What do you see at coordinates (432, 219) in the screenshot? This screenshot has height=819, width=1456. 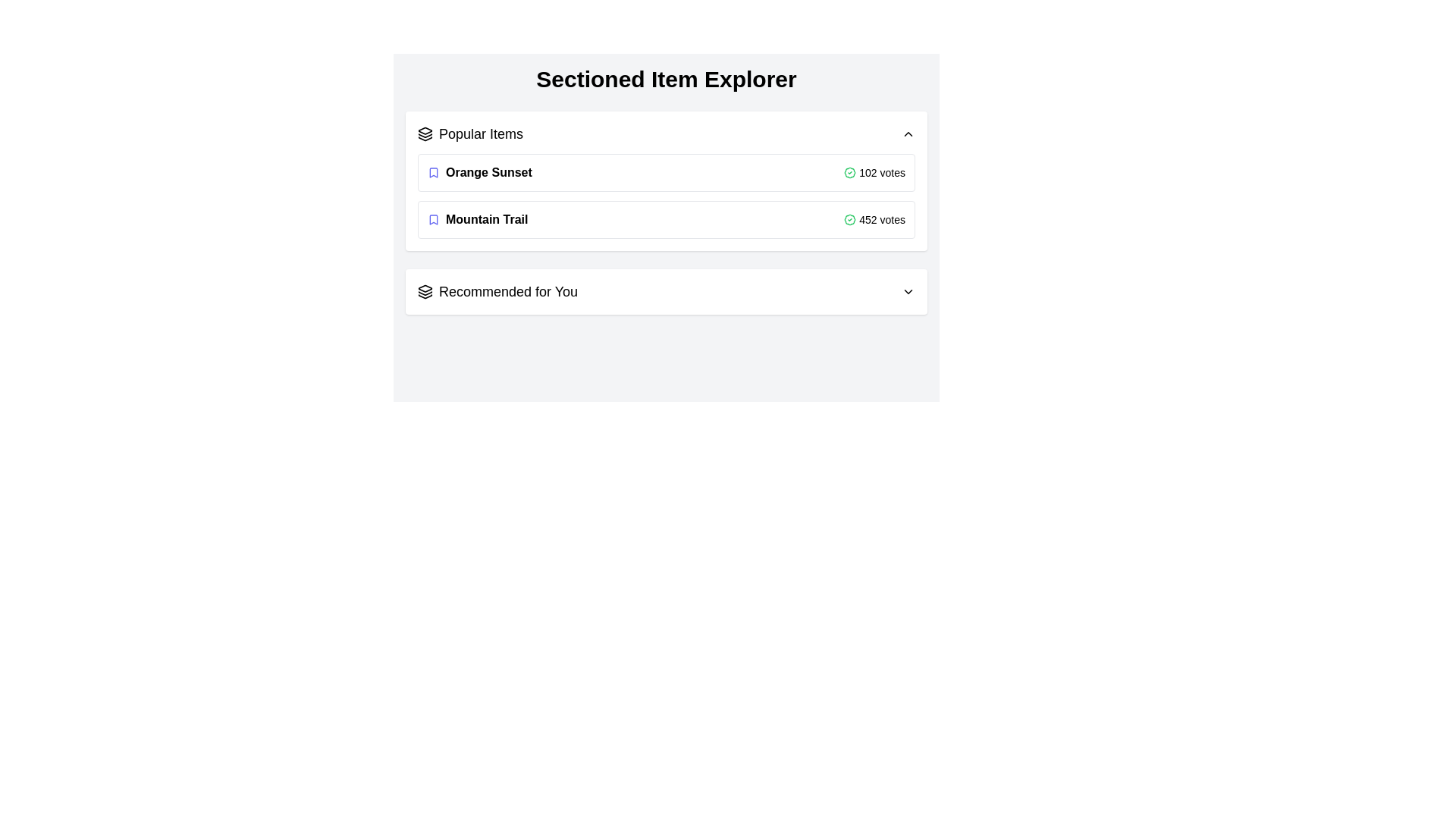 I see `the indigo bookmark icon positioned to the left of the text 'Mountain Trail'` at bounding box center [432, 219].